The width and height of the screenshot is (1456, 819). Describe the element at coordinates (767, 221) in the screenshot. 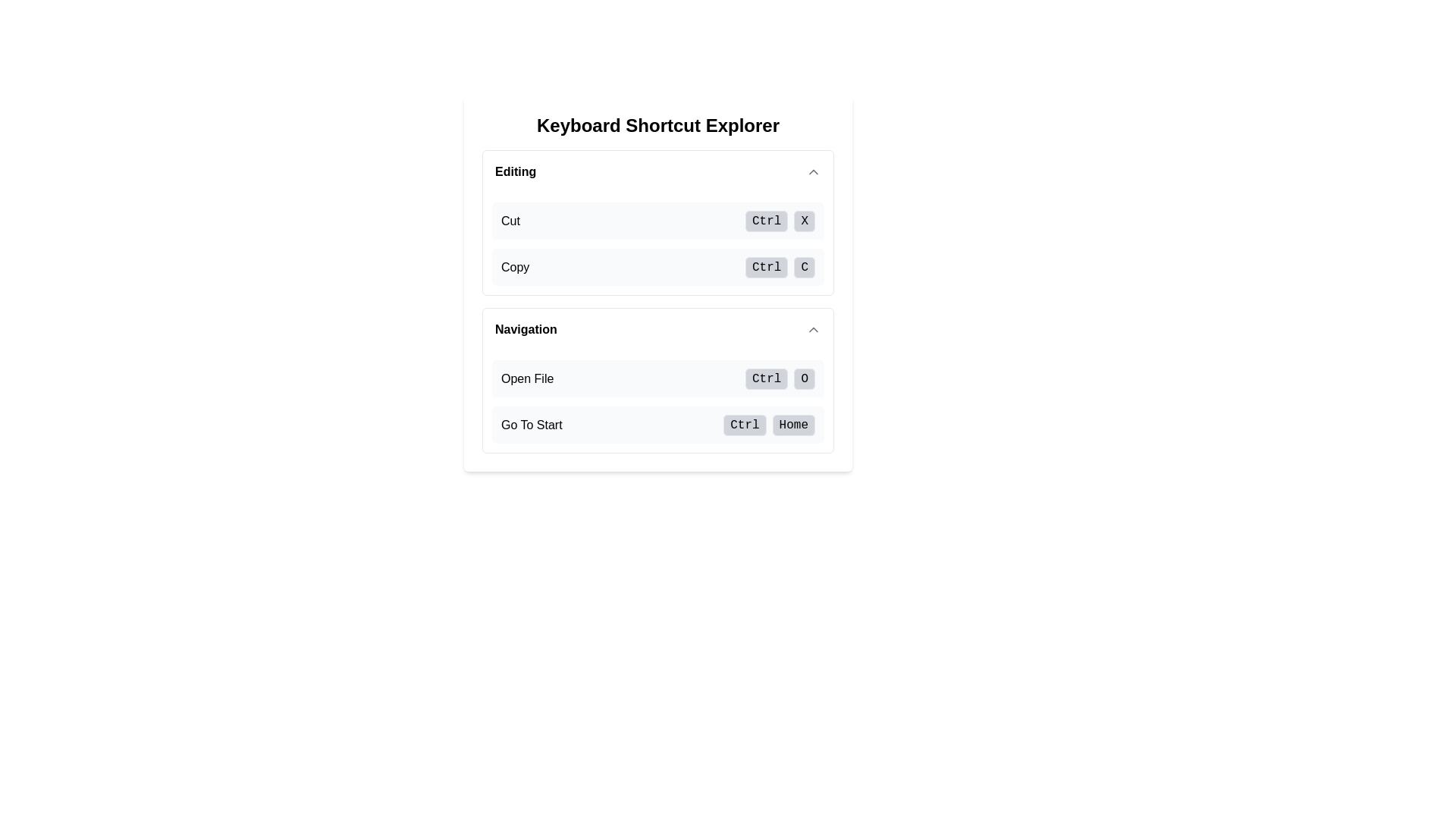

I see `the 'Ctrl' button that represents the 'Ctrl+X' keyboard shortcut for the 'Cut' action, which is part of the 'Editing' section and is the first button in its group` at that location.